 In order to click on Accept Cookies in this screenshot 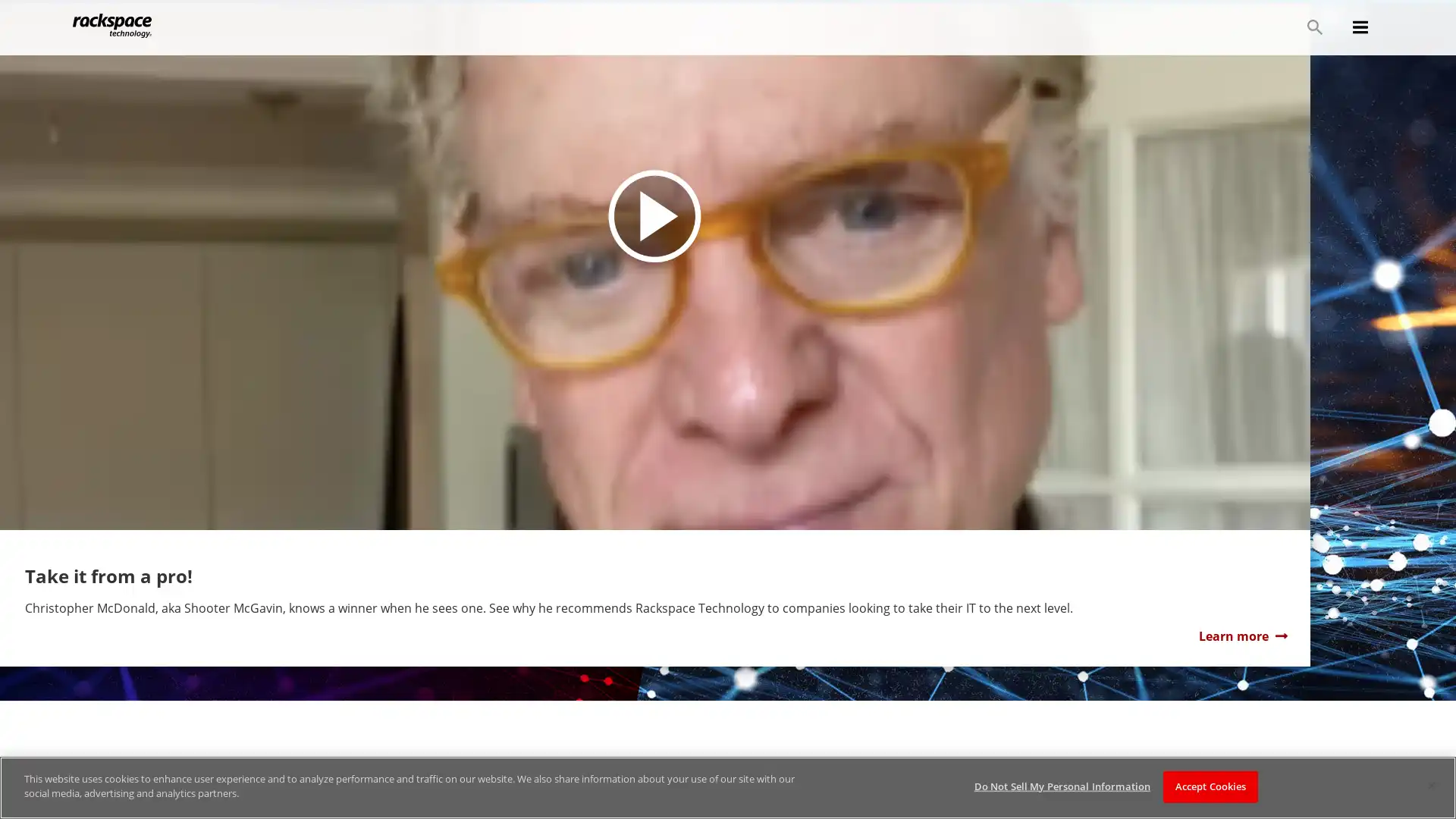, I will do `click(1210, 786)`.